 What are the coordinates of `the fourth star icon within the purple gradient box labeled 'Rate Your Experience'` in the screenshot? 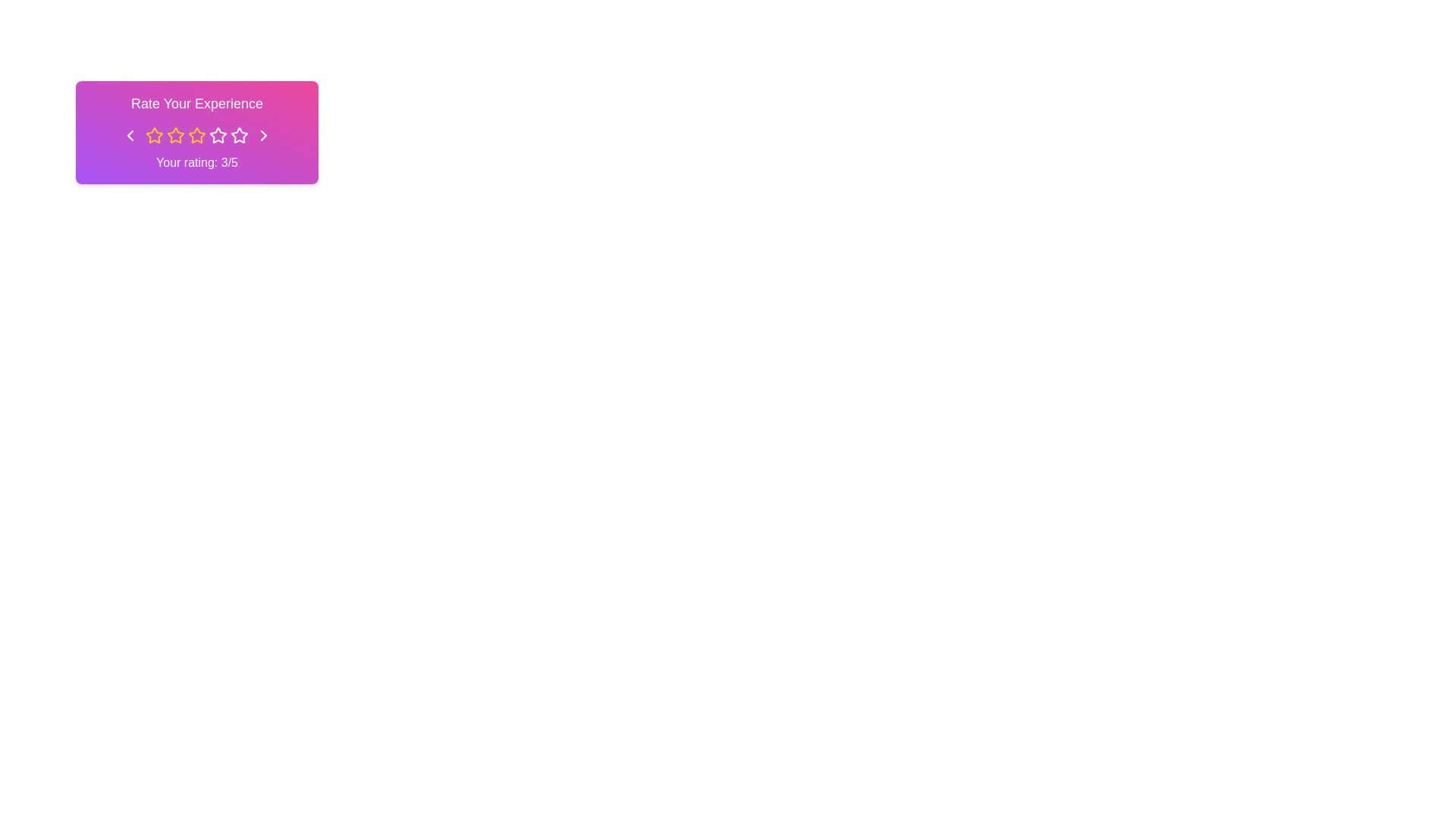 It's located at (196, 134).